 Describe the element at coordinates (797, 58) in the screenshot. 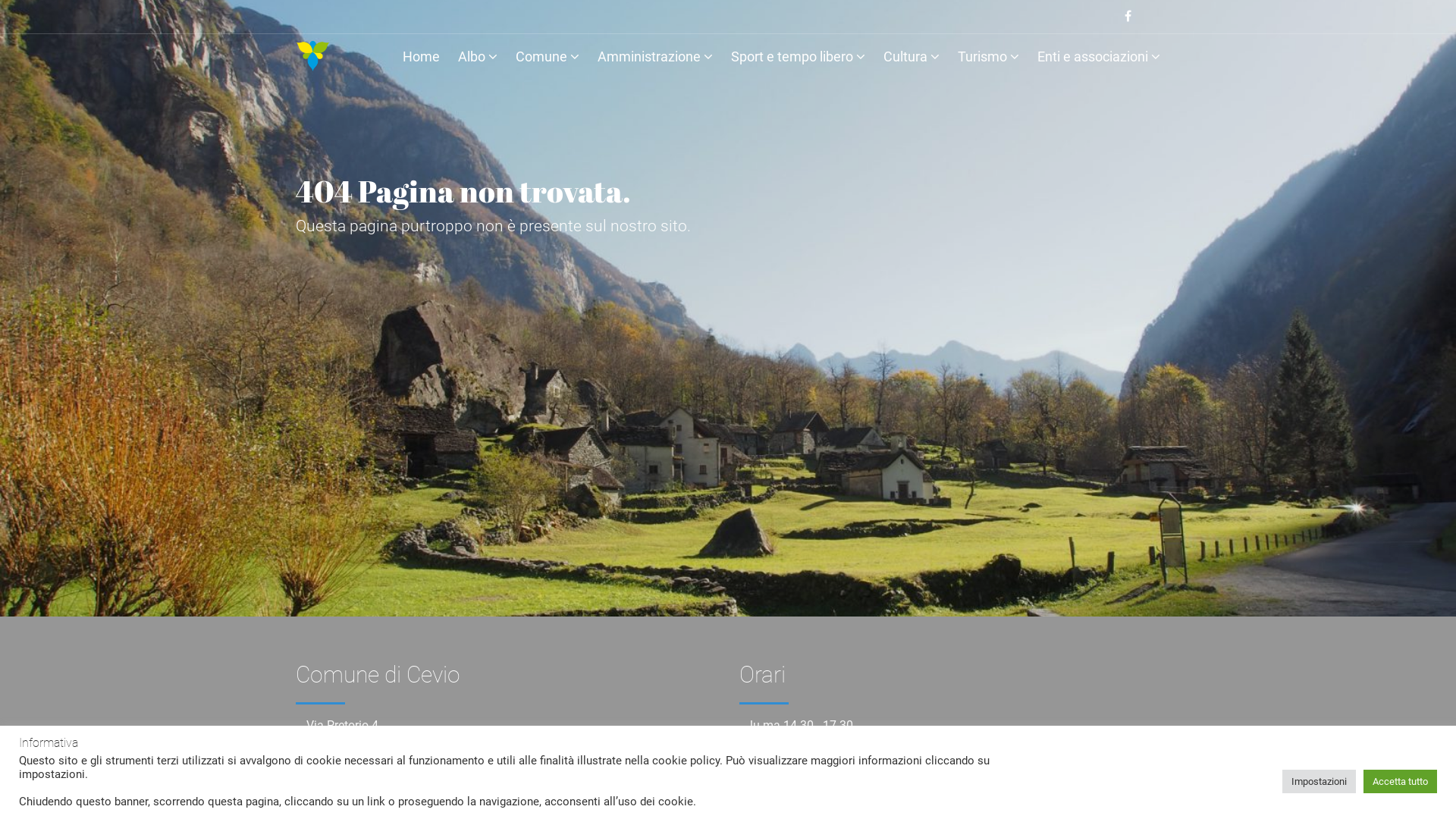

I see `'Sport e tempo libero'` at that location.